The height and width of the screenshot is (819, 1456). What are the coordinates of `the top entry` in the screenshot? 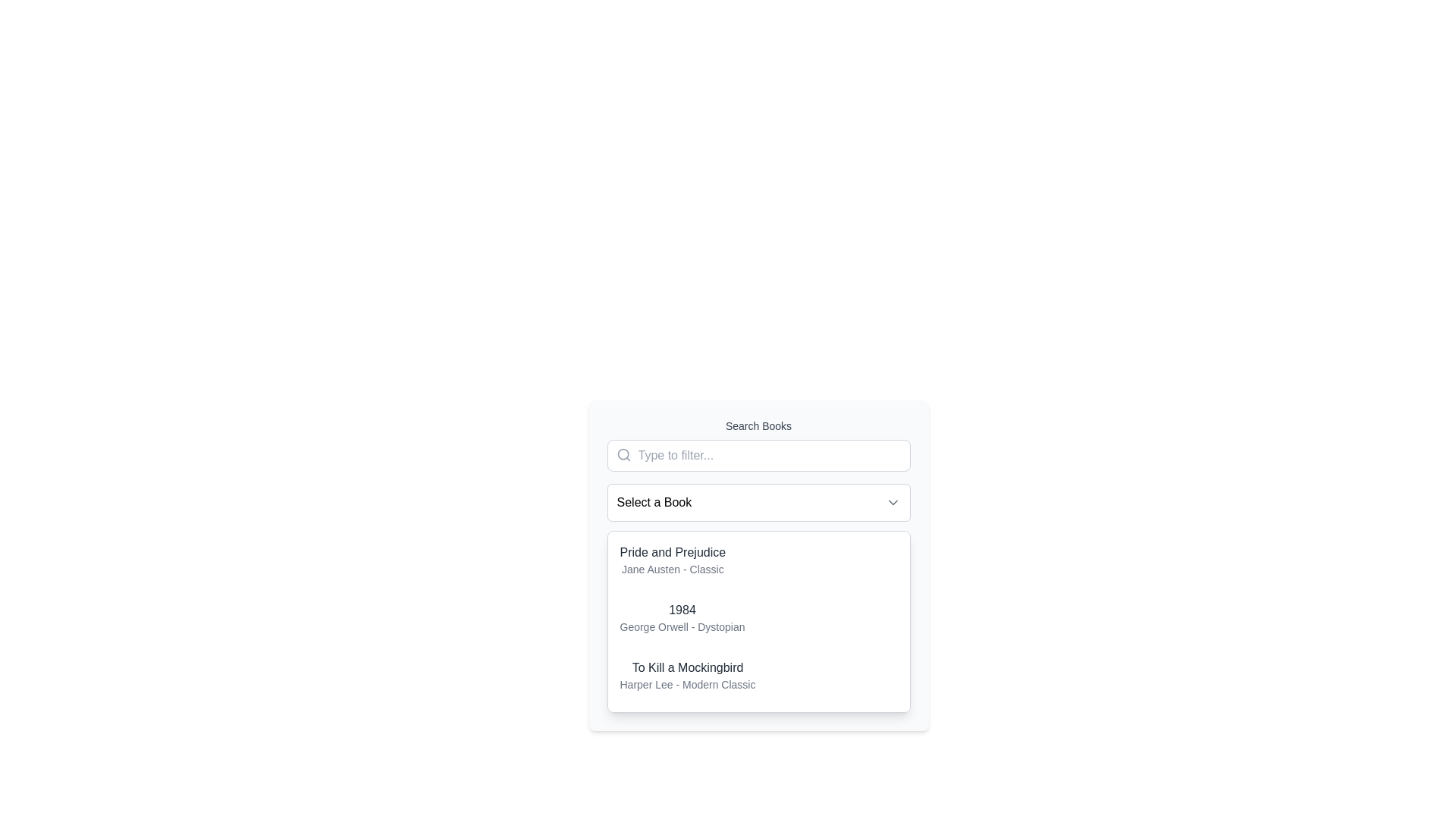 It's located at (672, 560).